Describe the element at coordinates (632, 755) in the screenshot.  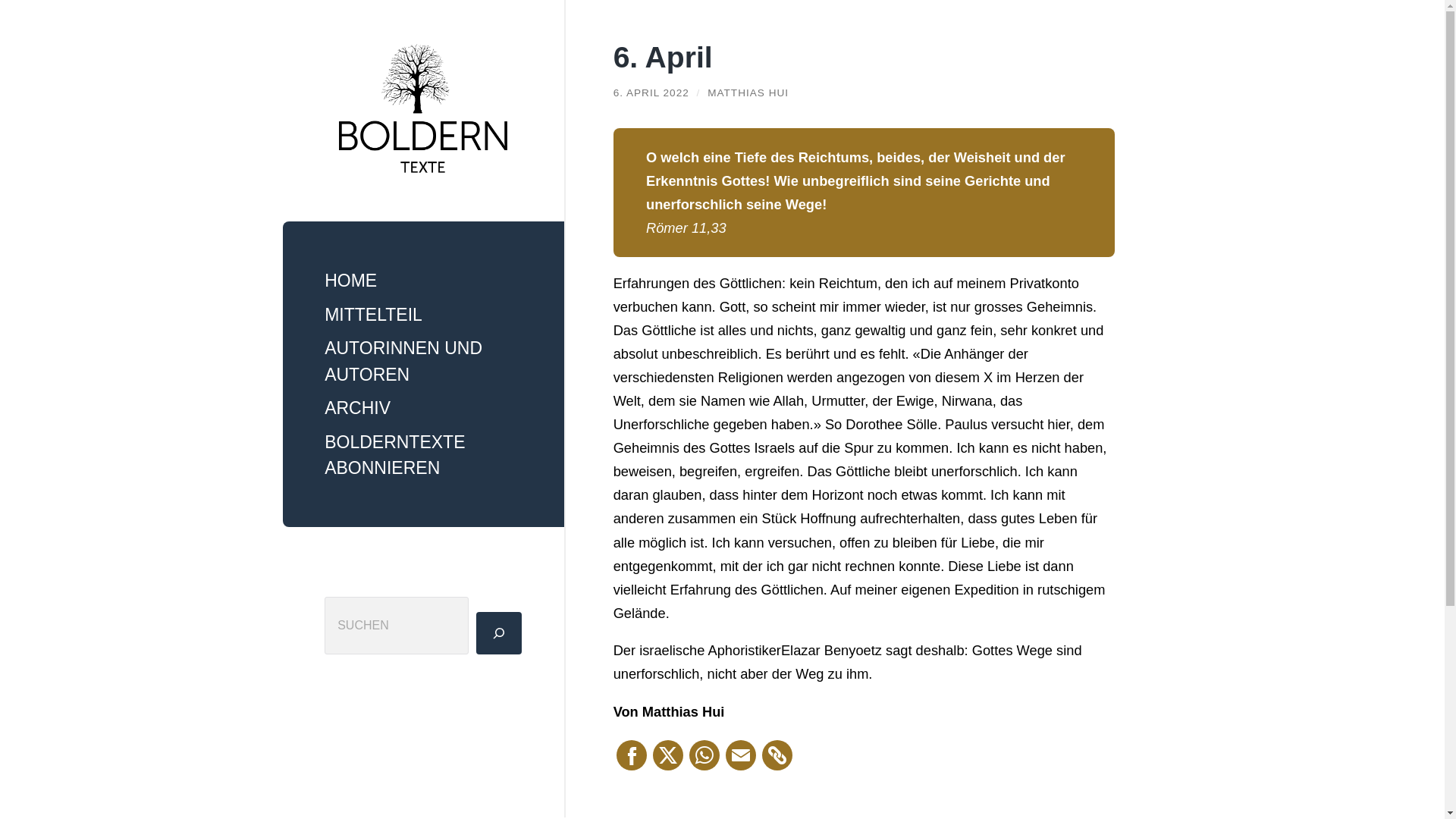
I see `'Facebook'` at that location.